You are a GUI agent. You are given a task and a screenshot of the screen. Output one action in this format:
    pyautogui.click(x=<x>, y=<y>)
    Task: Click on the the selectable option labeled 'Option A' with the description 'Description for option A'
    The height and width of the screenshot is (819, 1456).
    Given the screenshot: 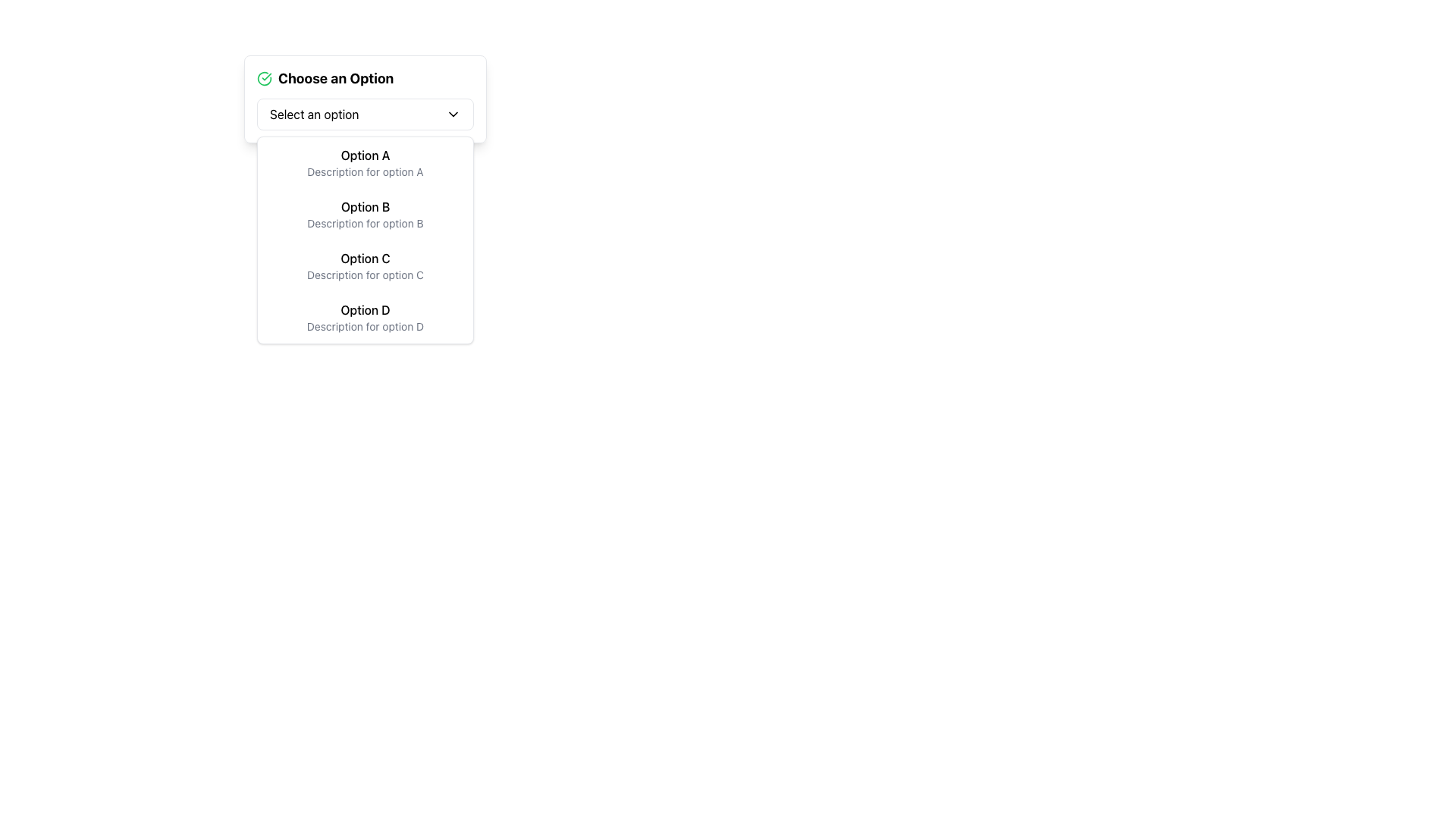 What is the action you would take?
    pyautogui.click(x=365, y=163)
    